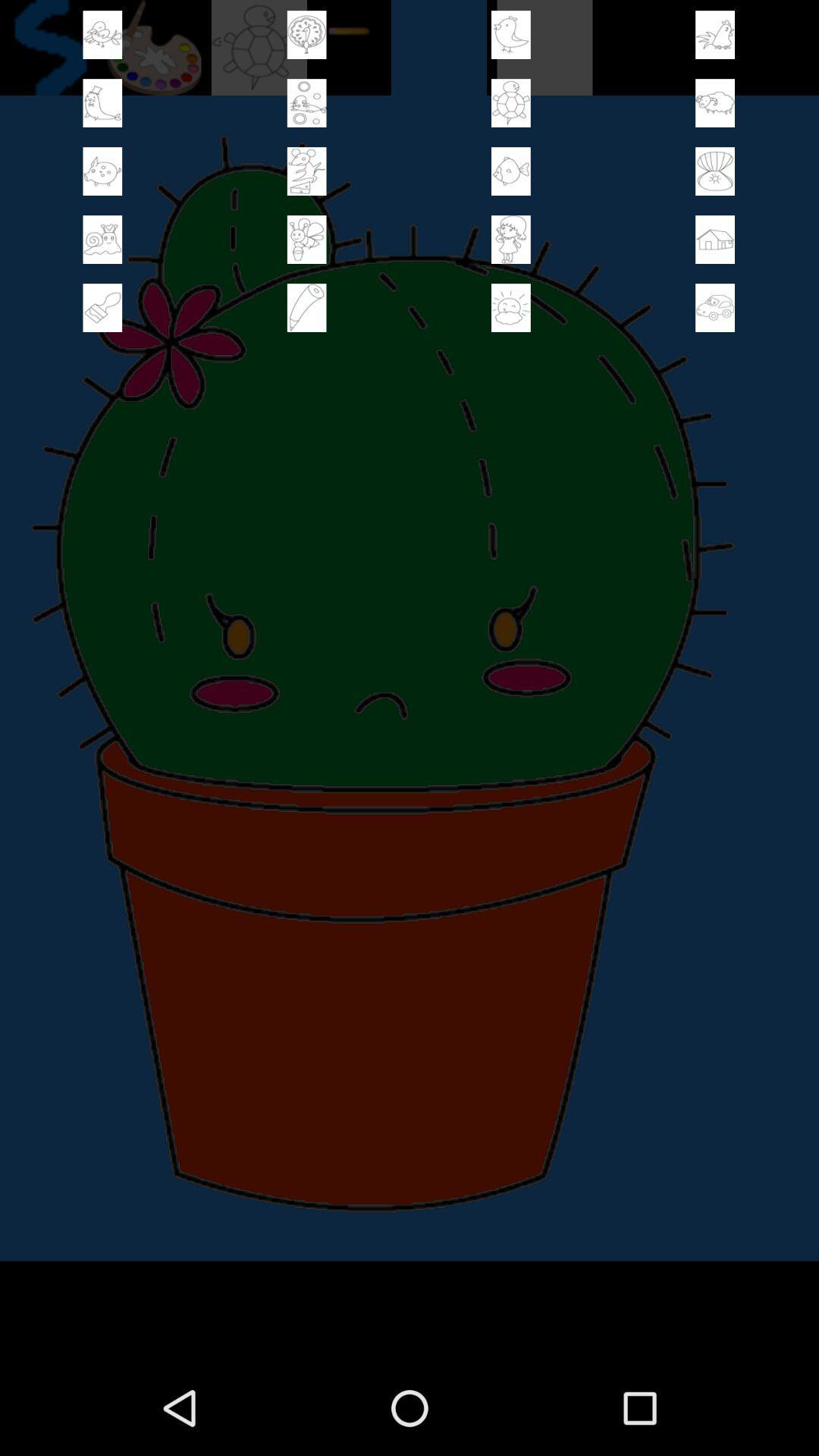 The height and width of the screenshot is (1456, 819). I want to click on stamp, so click(715, 102).